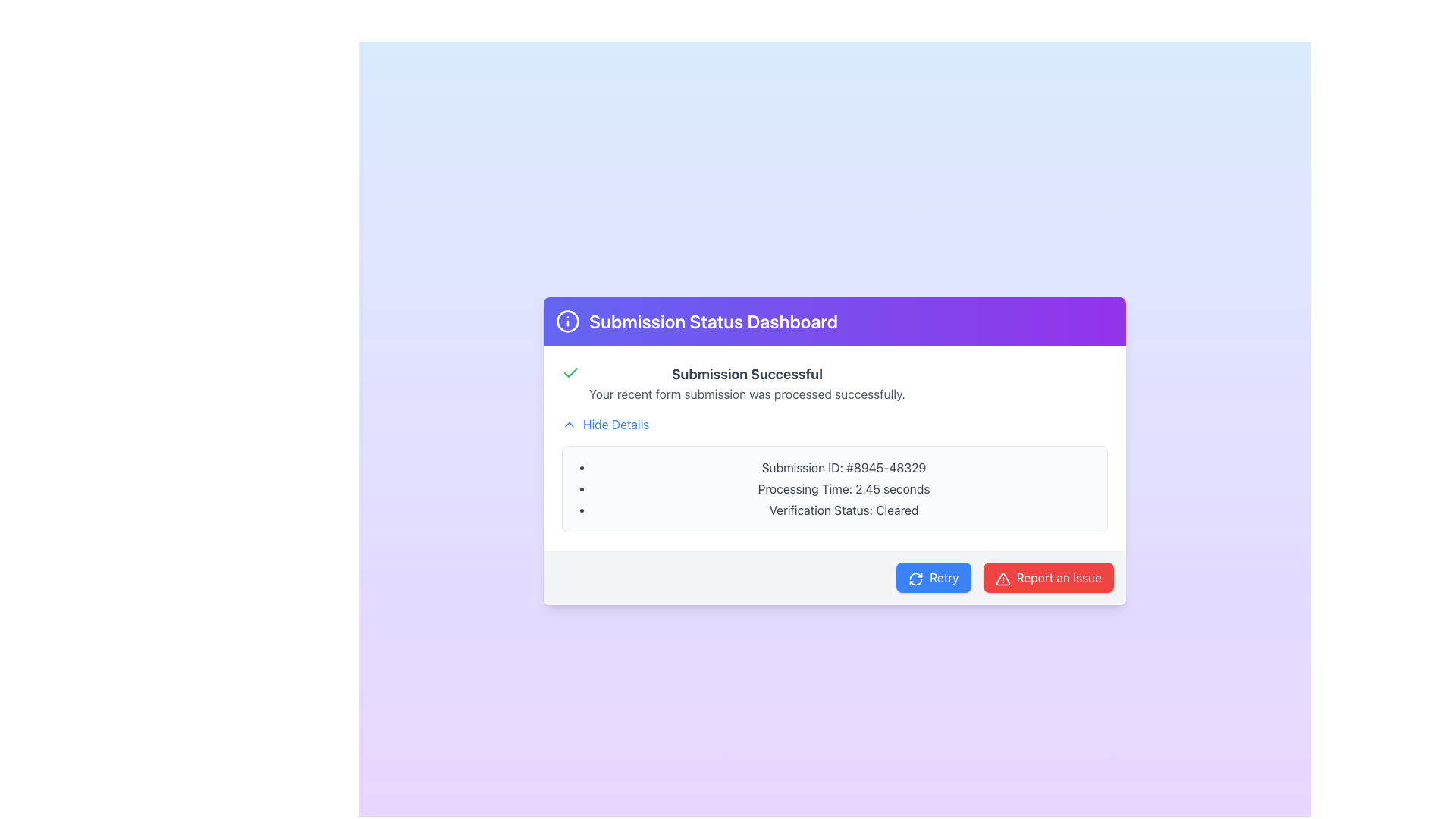  Describe the element at coordinates (568, 424) in the screenshot. I see `the small upward-pointing chevron icon located to the left of the 'Hide Details' text` at that location.